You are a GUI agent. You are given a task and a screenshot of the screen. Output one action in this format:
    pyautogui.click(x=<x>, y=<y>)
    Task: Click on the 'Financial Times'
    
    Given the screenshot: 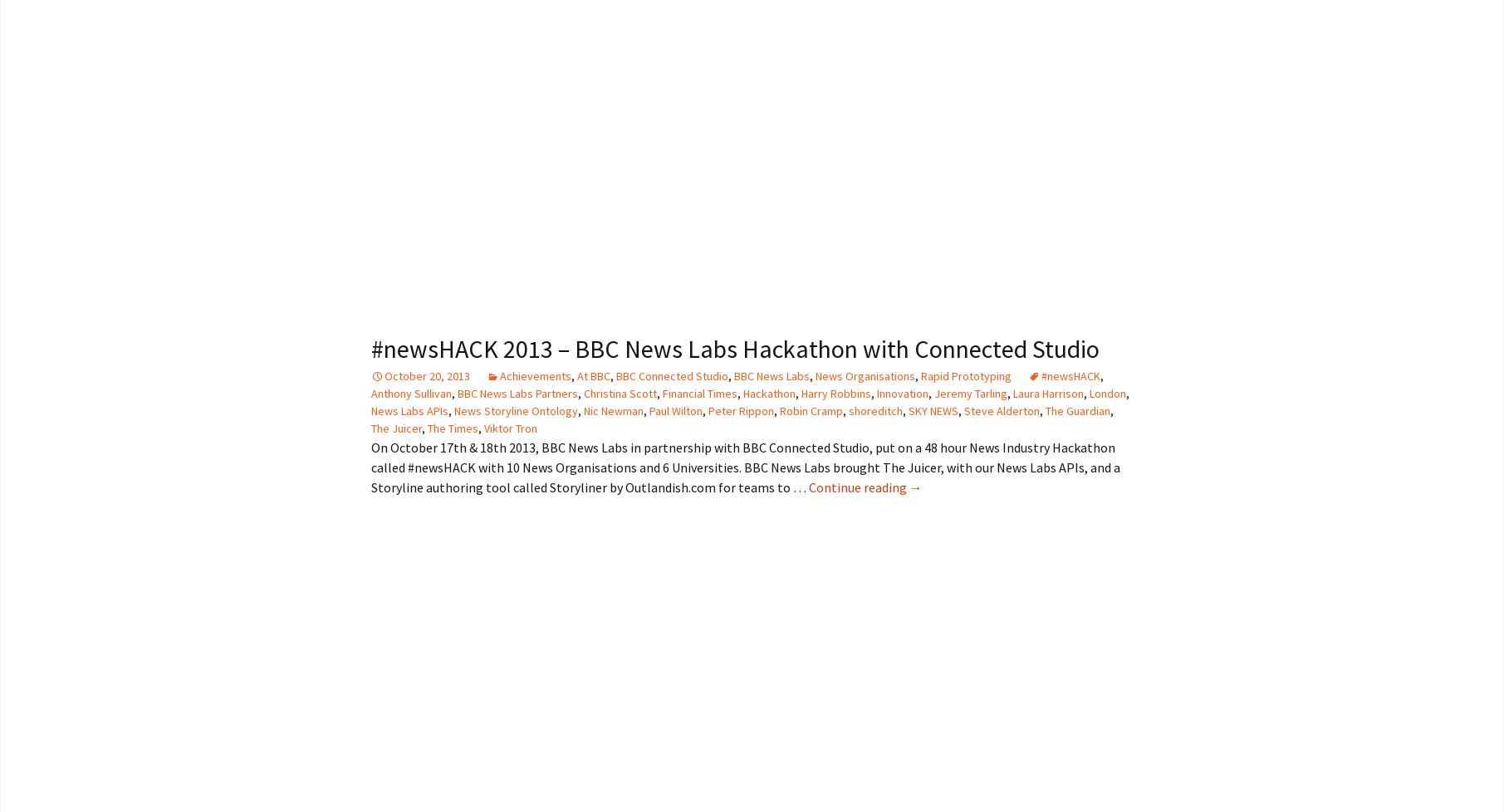 What is the action you would take?
    pyautogui.click(x=698, y=391)
    